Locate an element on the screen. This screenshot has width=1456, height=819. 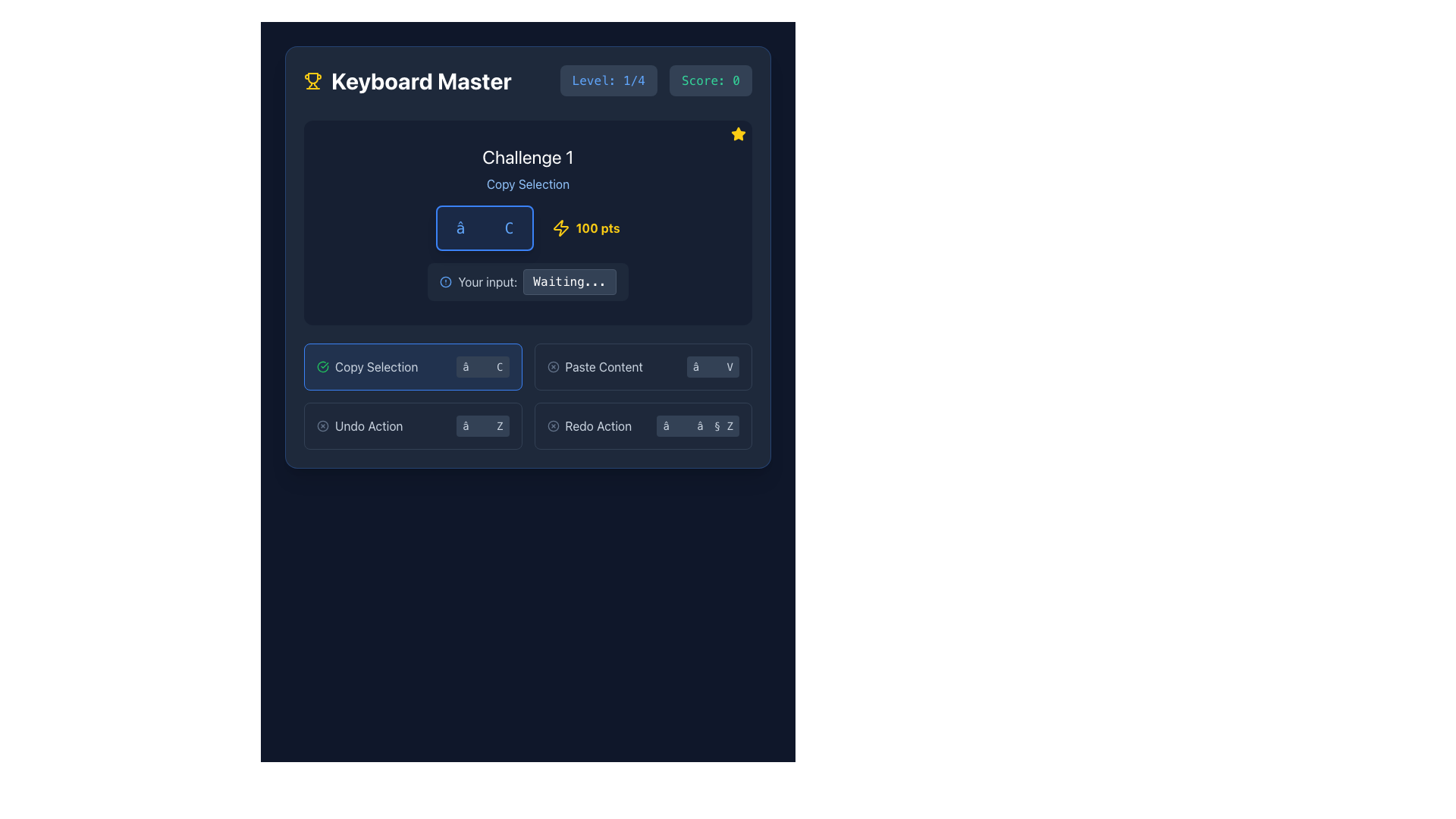
the 'Undo Action' informational panel, which is the third element in a grid layout, positioned below 'Copy Selection' and 'Paste Content', and to the left of 'Redo Action' is located at coordinates (413, 426).